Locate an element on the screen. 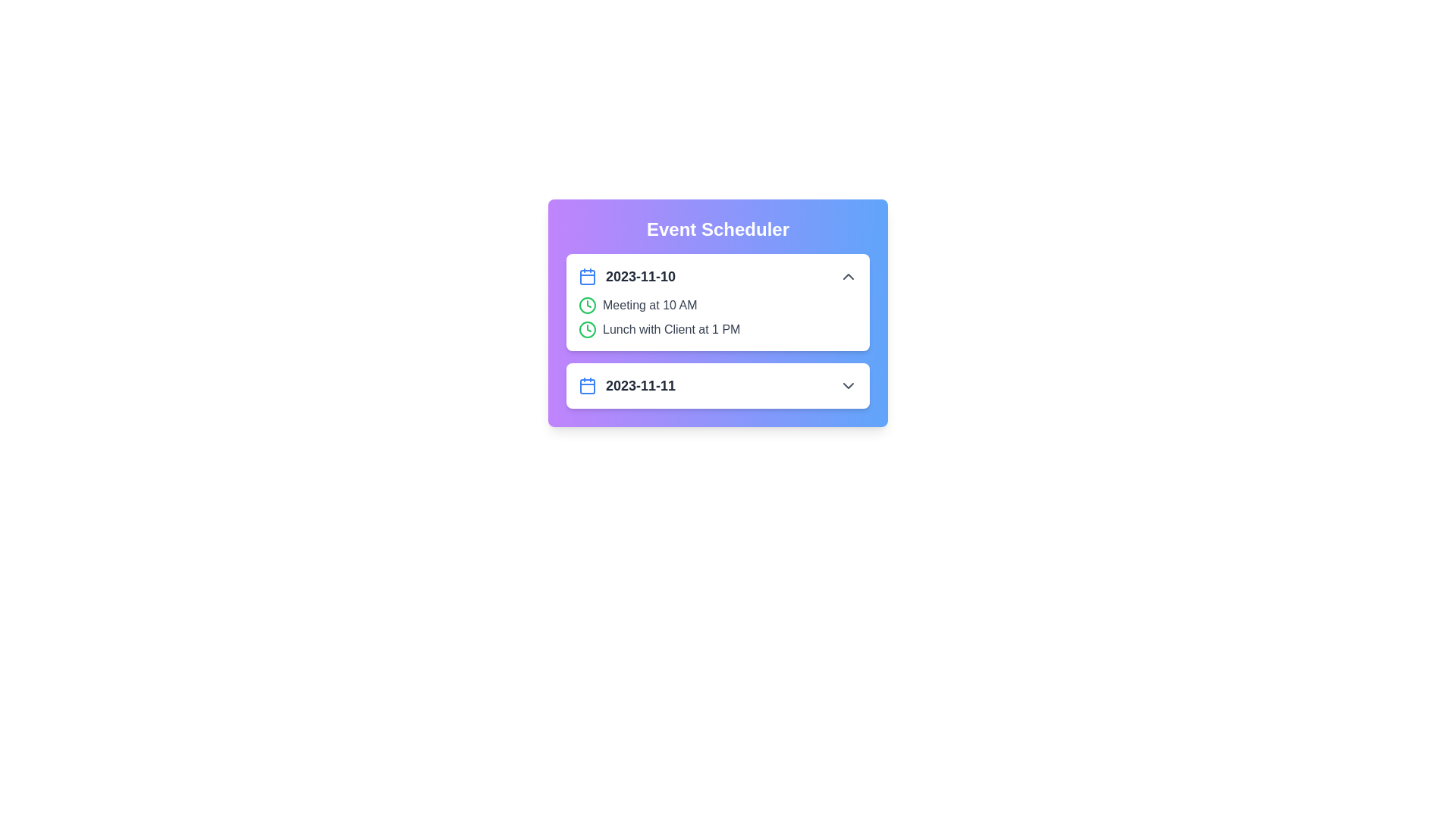 The height and width of the screenshot is (819, 1456). the calendar icon next to the desired date to identify its events is located at coordinates (586, 277).